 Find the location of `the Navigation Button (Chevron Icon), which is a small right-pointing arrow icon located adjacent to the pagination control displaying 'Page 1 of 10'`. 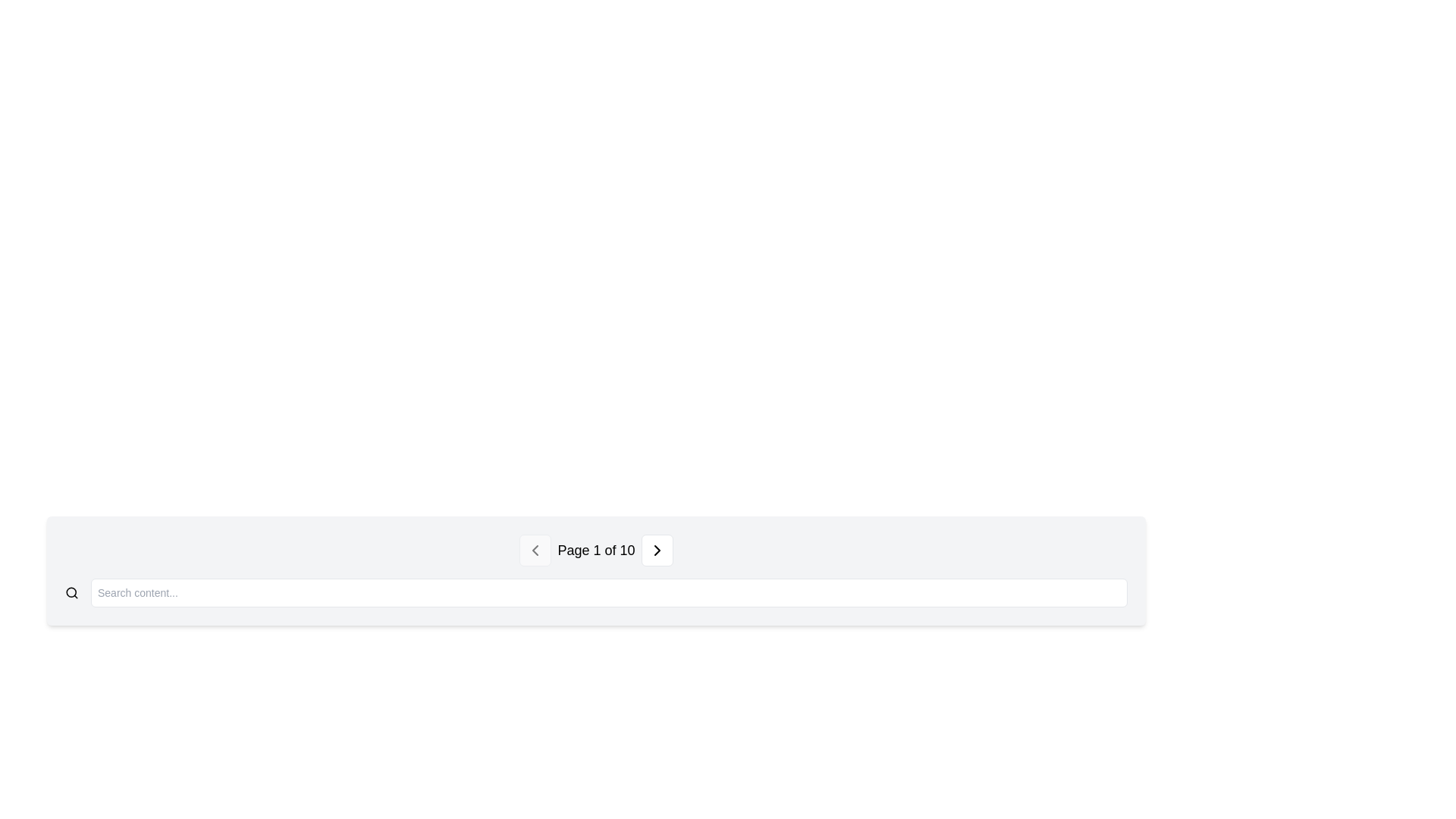

the Navigation Button (Chevron Icon), which is a small right-pointing arrow icon located adjacent to the pagination control displaying 'Page 1 of 10' is located at coordinates (657, 550).